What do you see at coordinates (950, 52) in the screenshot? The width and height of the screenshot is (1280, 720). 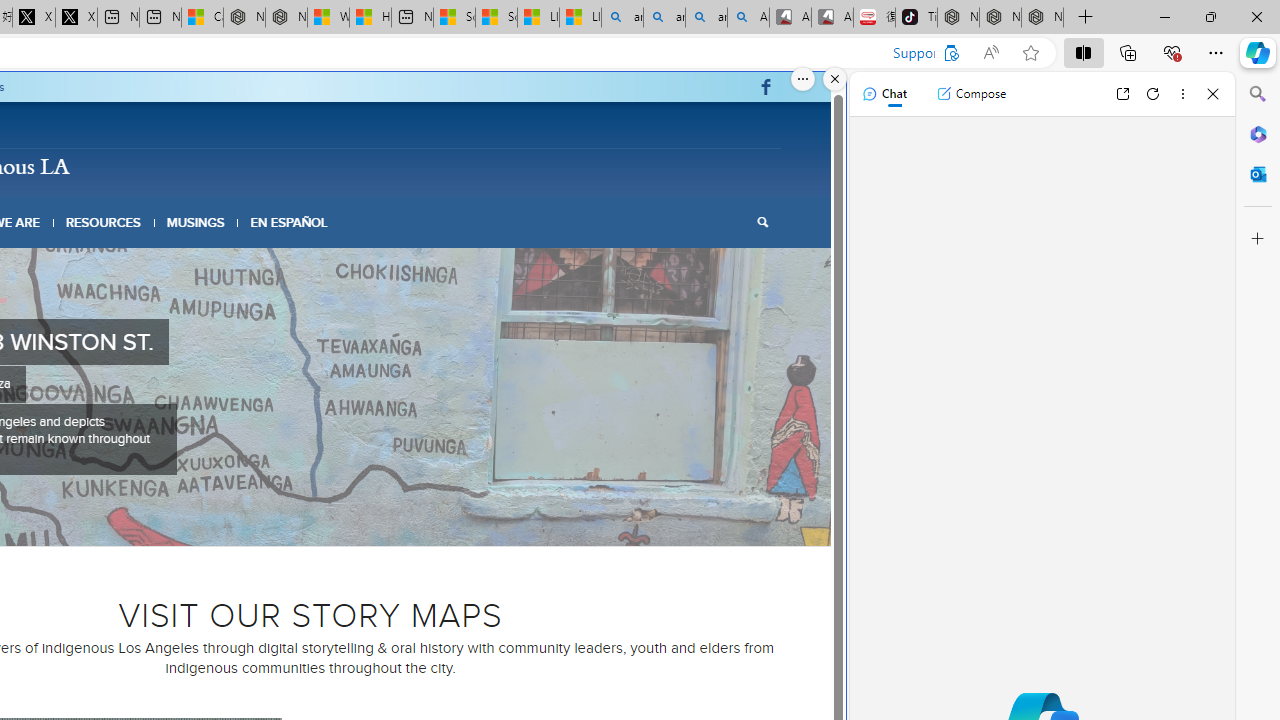 I see `'Support THE UCLA FOUNDATION?'` at bounding box center [950, 52].